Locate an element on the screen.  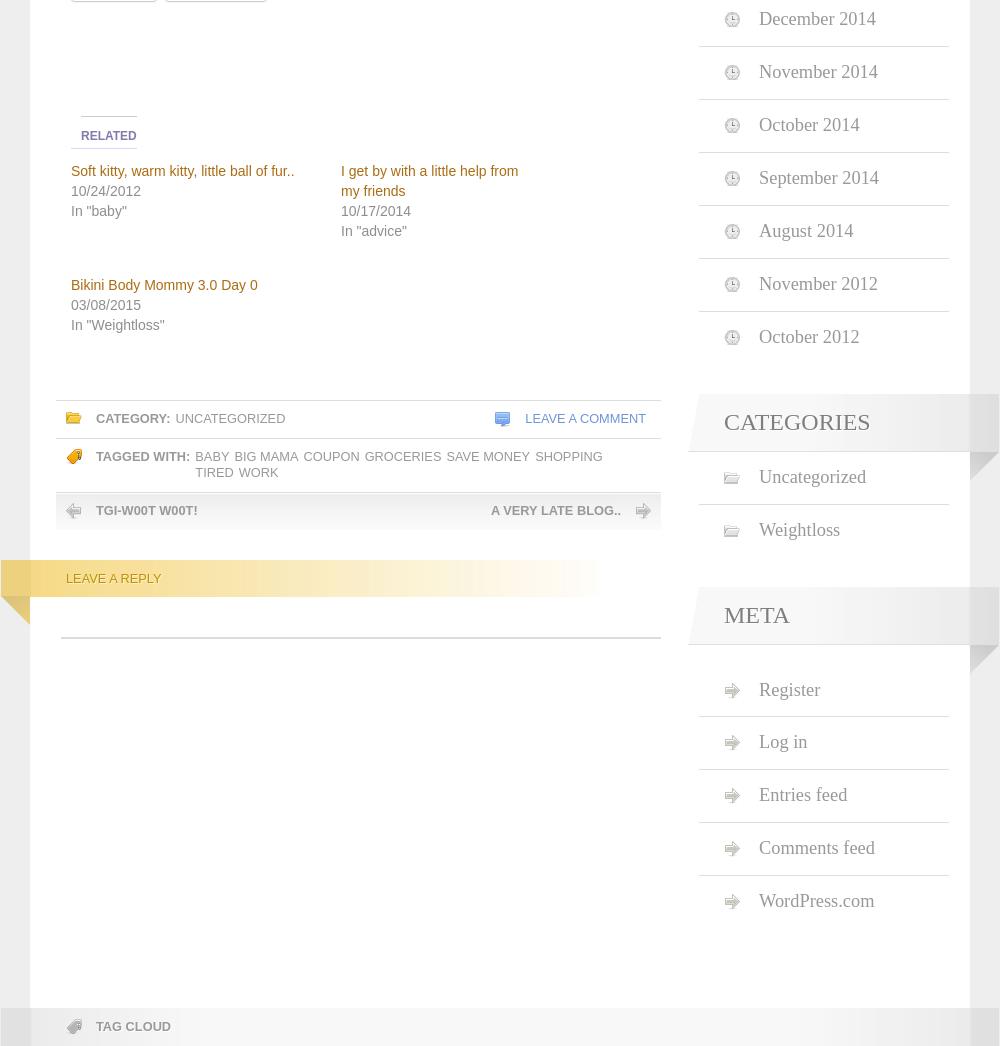
'September 2014' is located at coordinates (818, 178).